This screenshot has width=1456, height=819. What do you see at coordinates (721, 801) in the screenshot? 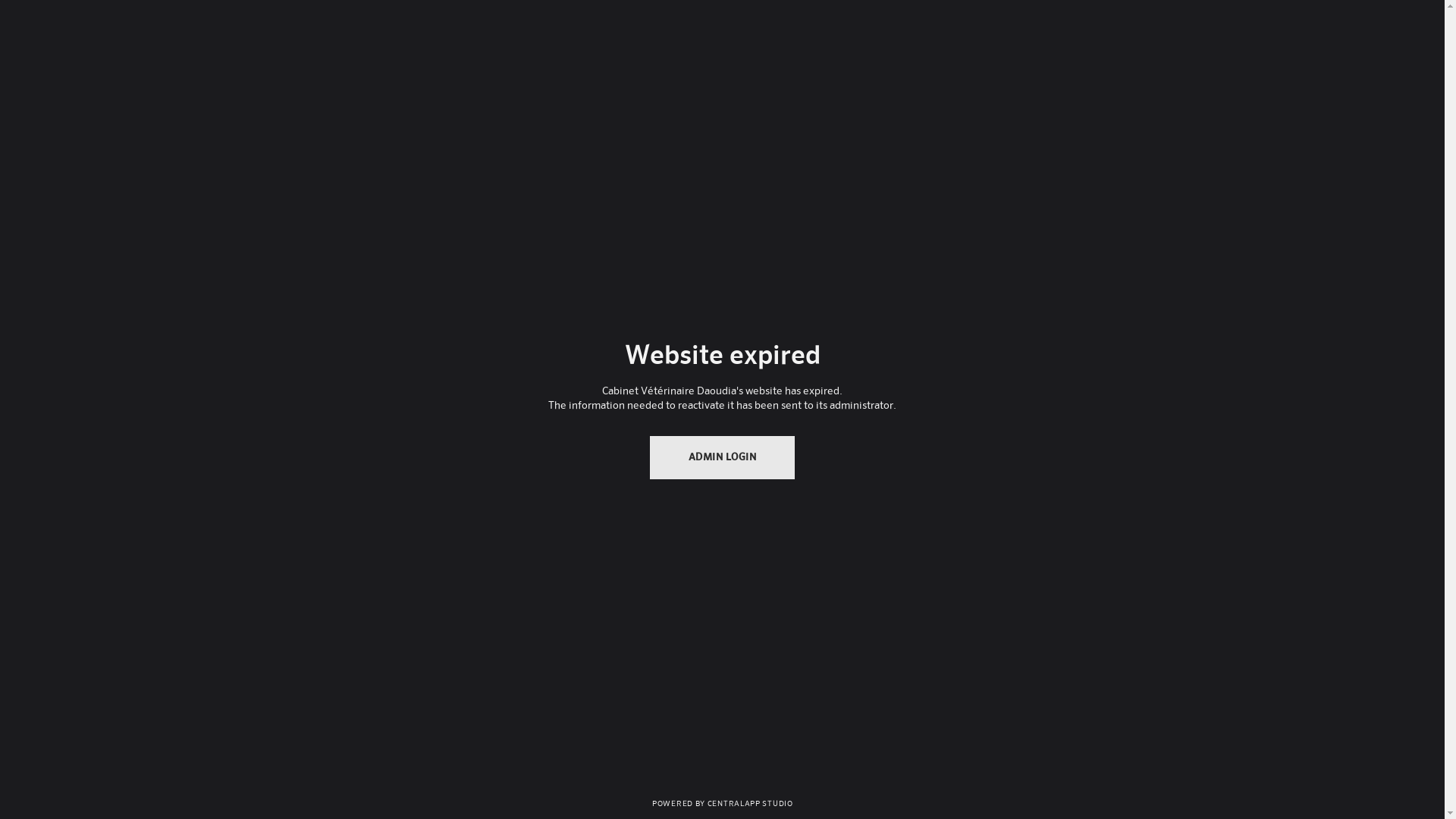
I see `'Powered by Centralapp Studio'` at bounding box center [721, 801].